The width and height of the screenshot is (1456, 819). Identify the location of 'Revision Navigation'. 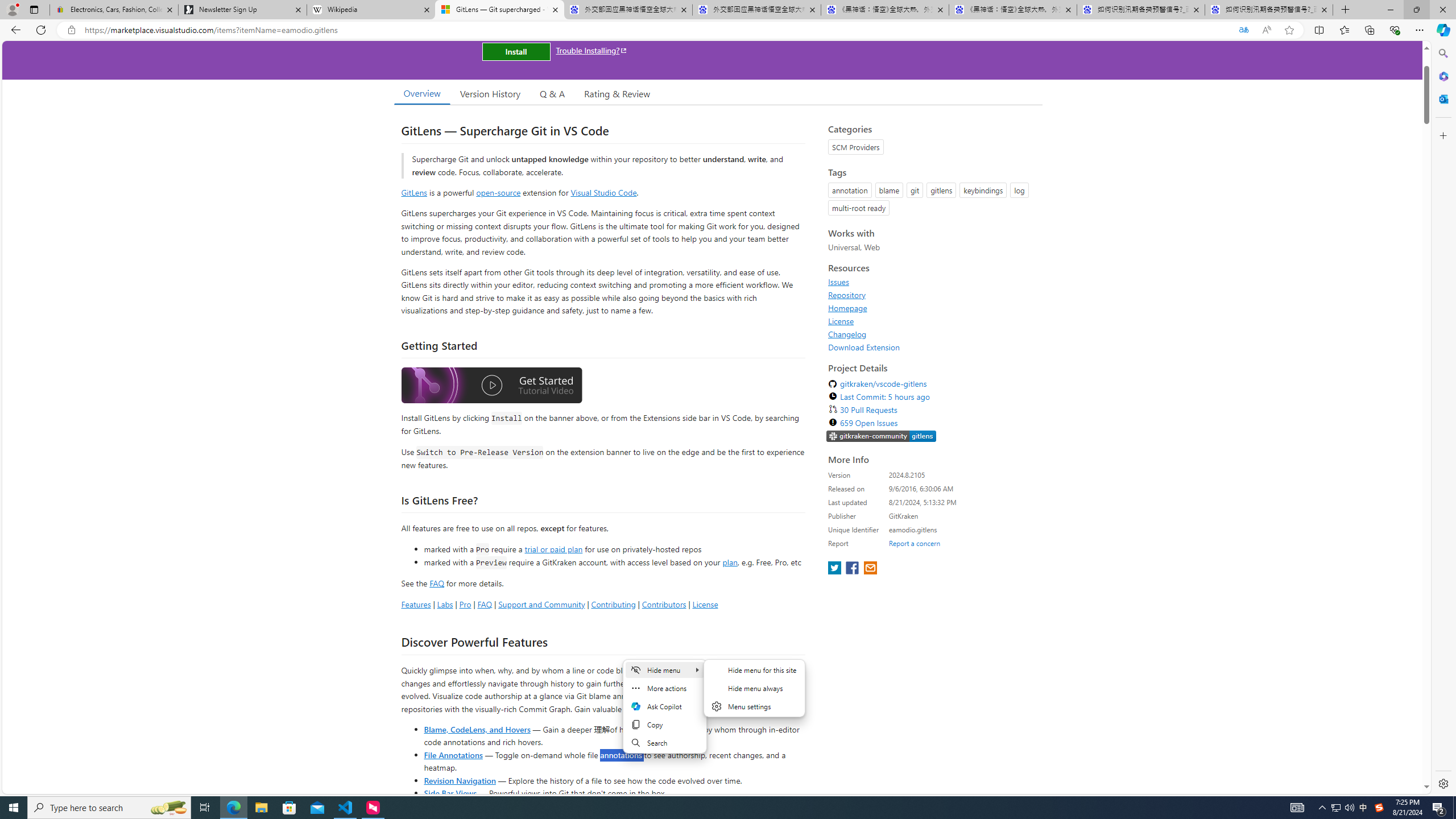
(459, 780).